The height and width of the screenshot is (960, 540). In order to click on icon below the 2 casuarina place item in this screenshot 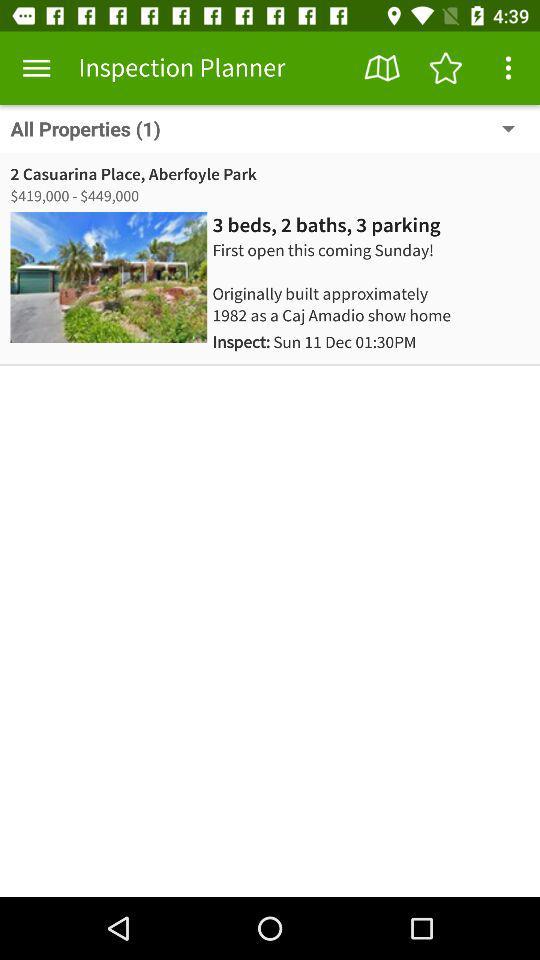, I will do `click(75, 196)`.